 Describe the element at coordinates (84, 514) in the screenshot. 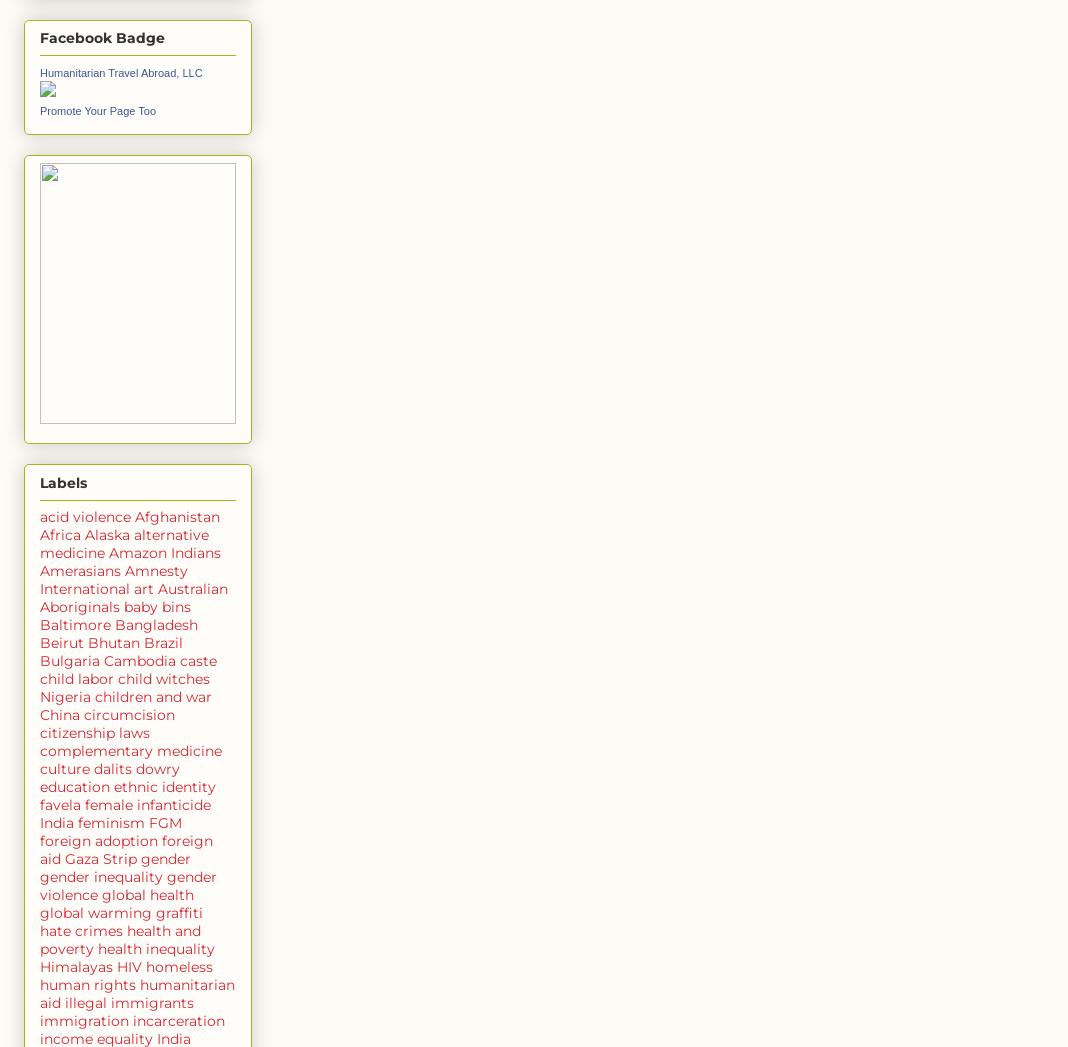

I see `'acid violence'` at that location.